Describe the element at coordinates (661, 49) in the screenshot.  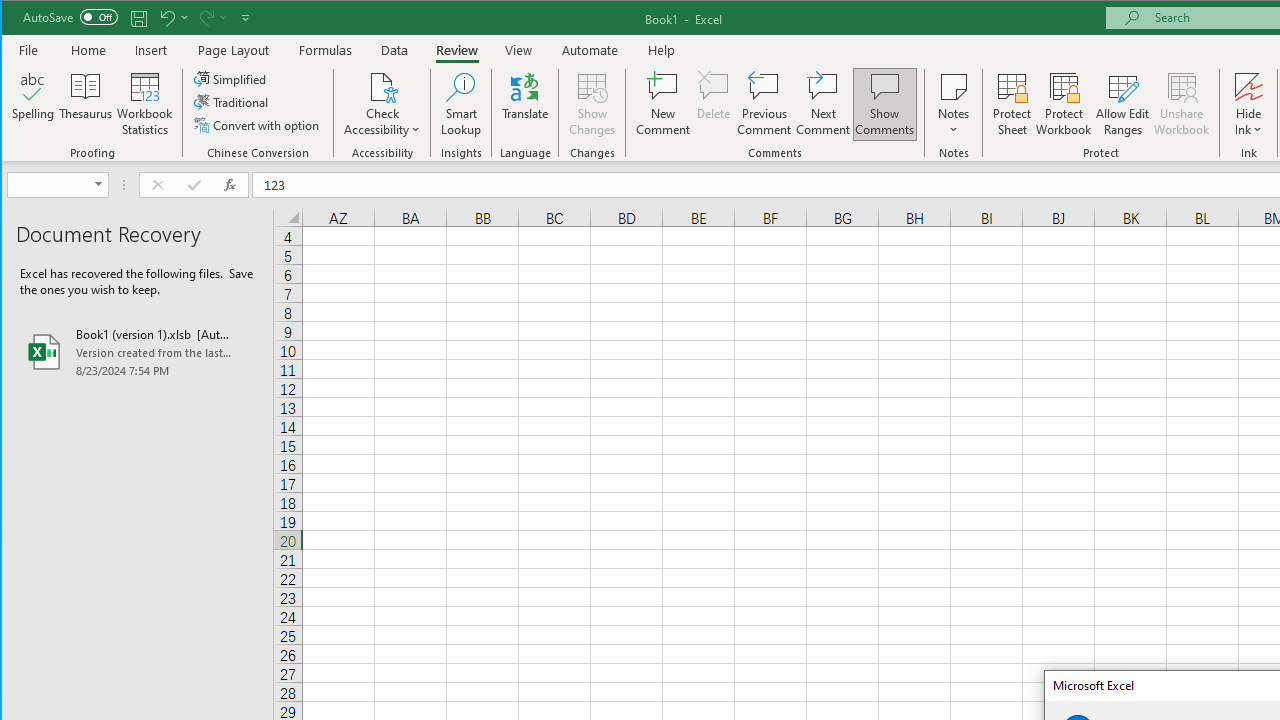
I see `'Help'` at that location.